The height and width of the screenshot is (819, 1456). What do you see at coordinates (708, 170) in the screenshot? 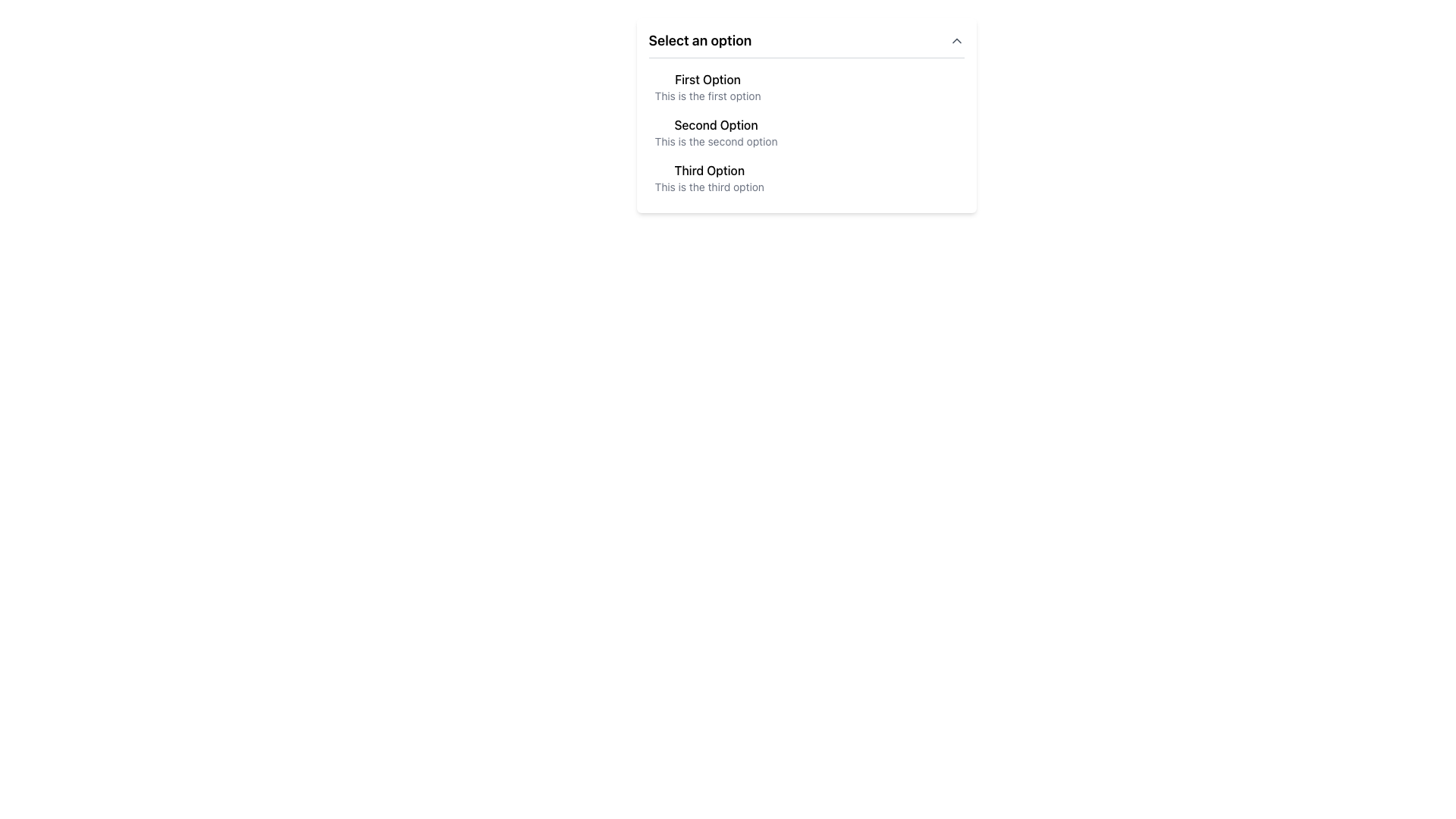
I see `the bold textual label reading 'Third Option'` at bounding box center [708, 170].